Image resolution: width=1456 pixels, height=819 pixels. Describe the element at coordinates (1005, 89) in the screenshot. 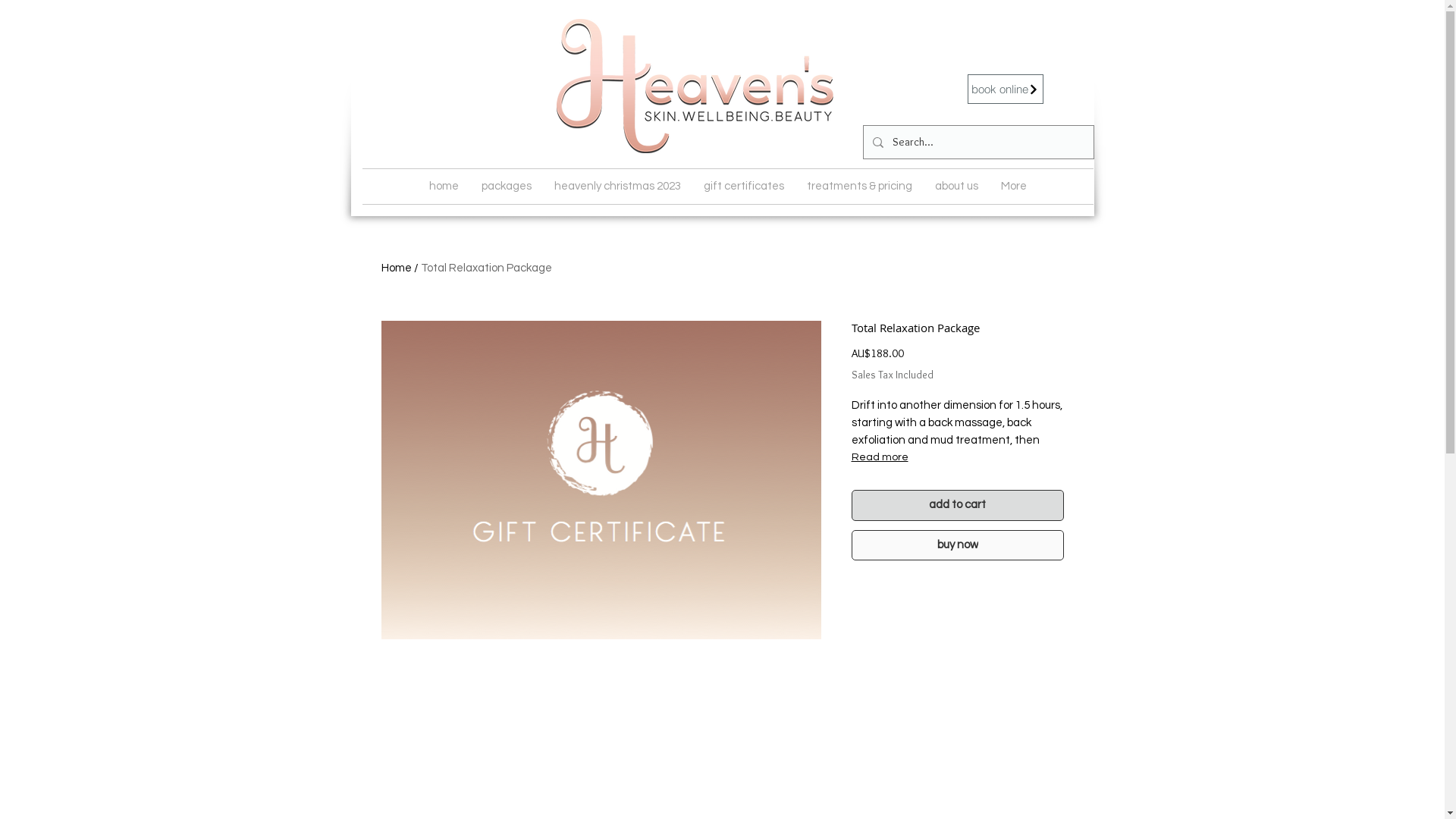

I see `'book online'` at that location.